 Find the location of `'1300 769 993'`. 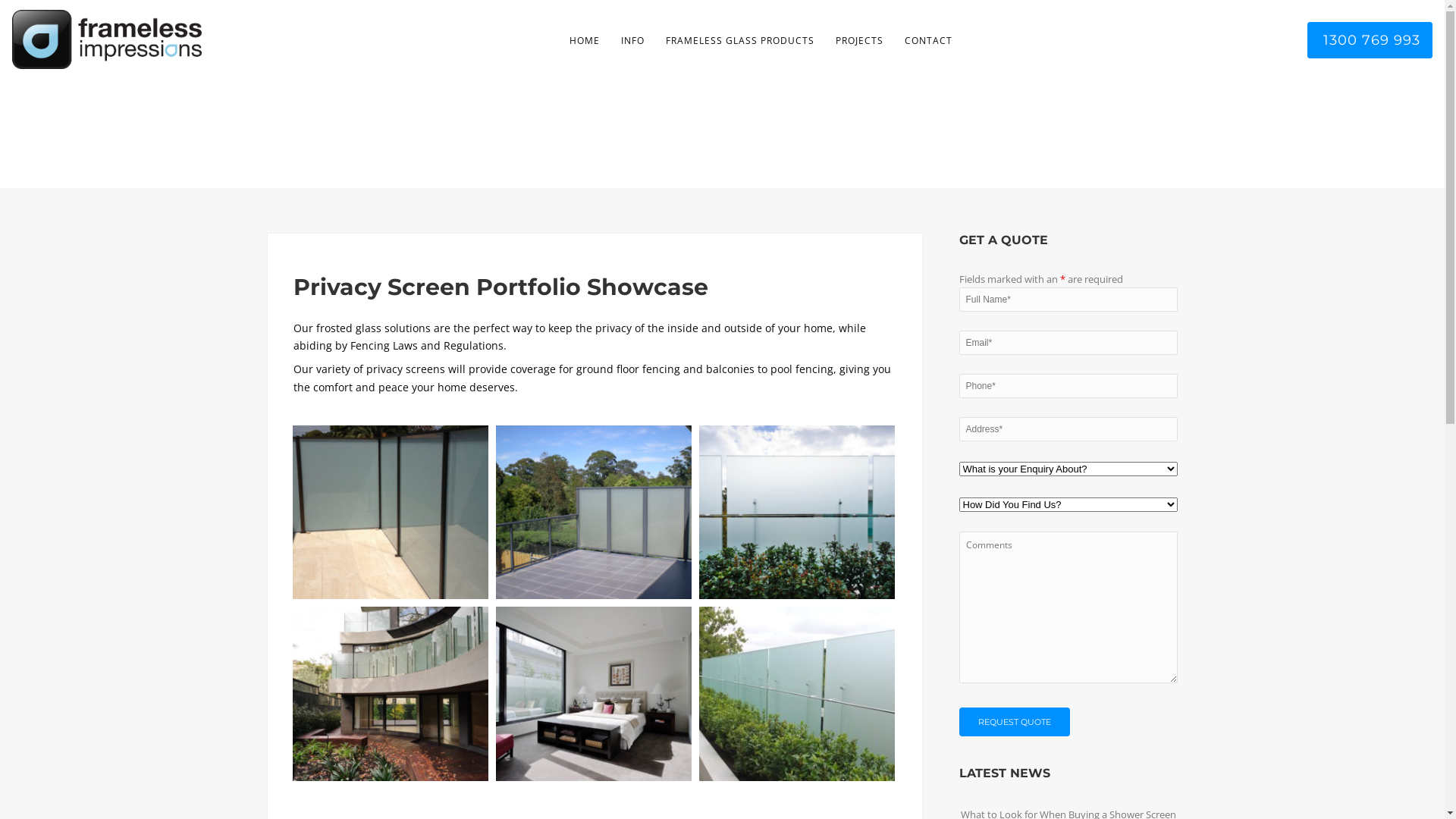

'1300 769 993' is located at coordinates (1306, 39).